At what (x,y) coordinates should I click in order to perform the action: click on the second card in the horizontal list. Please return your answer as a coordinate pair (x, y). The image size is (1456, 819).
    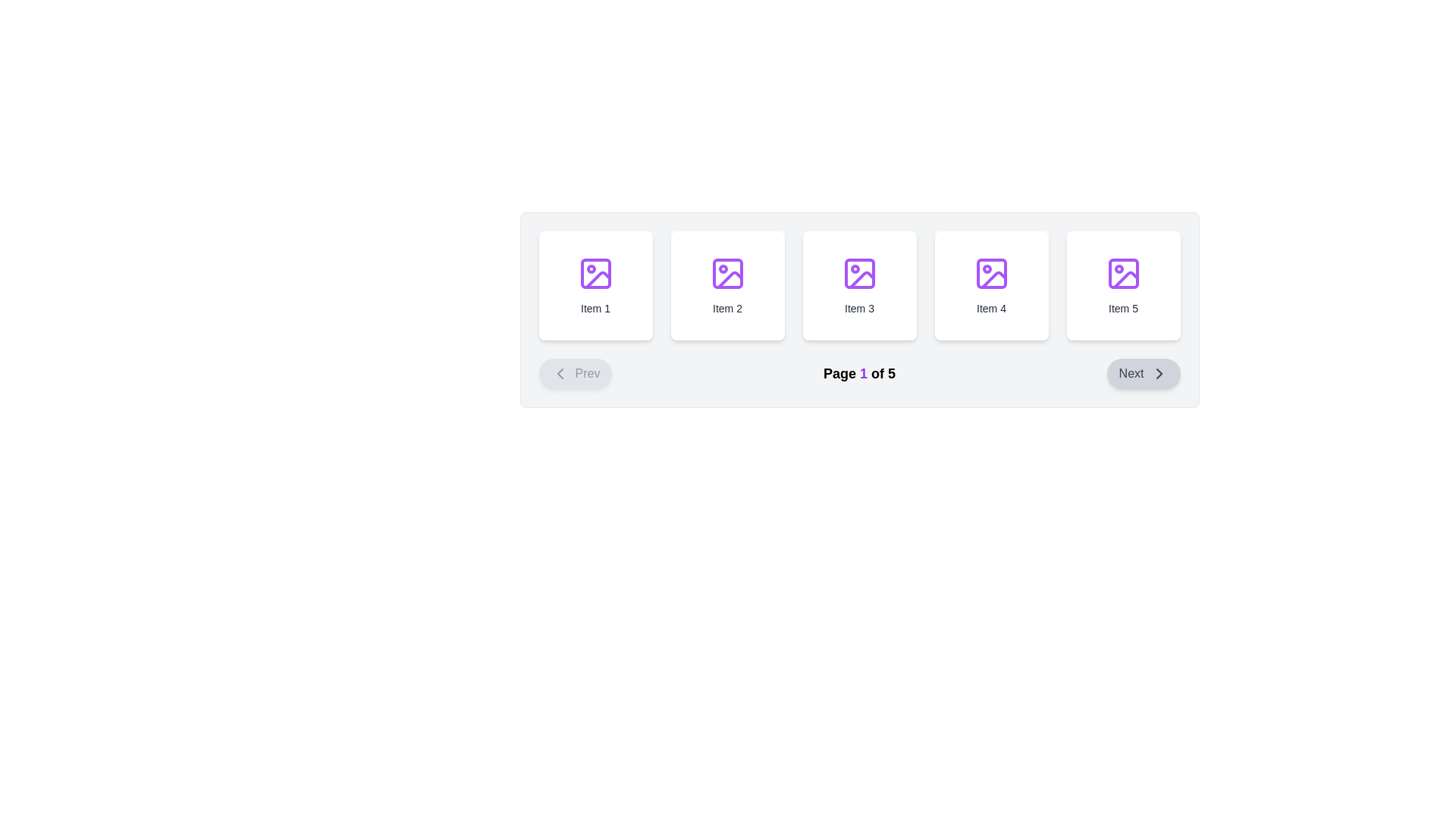
    Looking at the image, I should click on (726, 286).